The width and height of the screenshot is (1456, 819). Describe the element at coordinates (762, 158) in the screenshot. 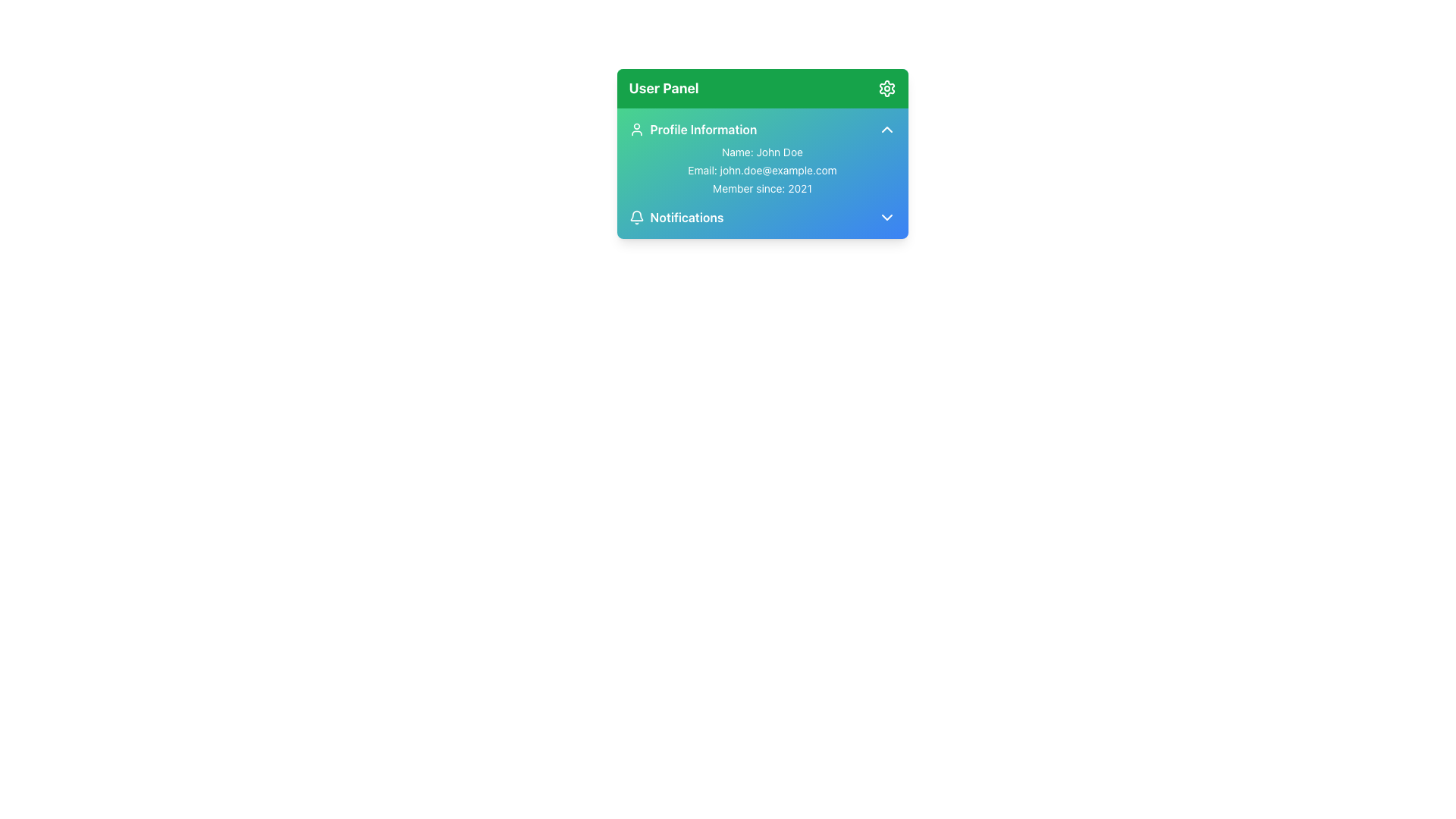

I see `the Informational section that summarizes the user's profile information, including their name, email, and membership starting year, located within the 'User Panel' card interface` at that location.